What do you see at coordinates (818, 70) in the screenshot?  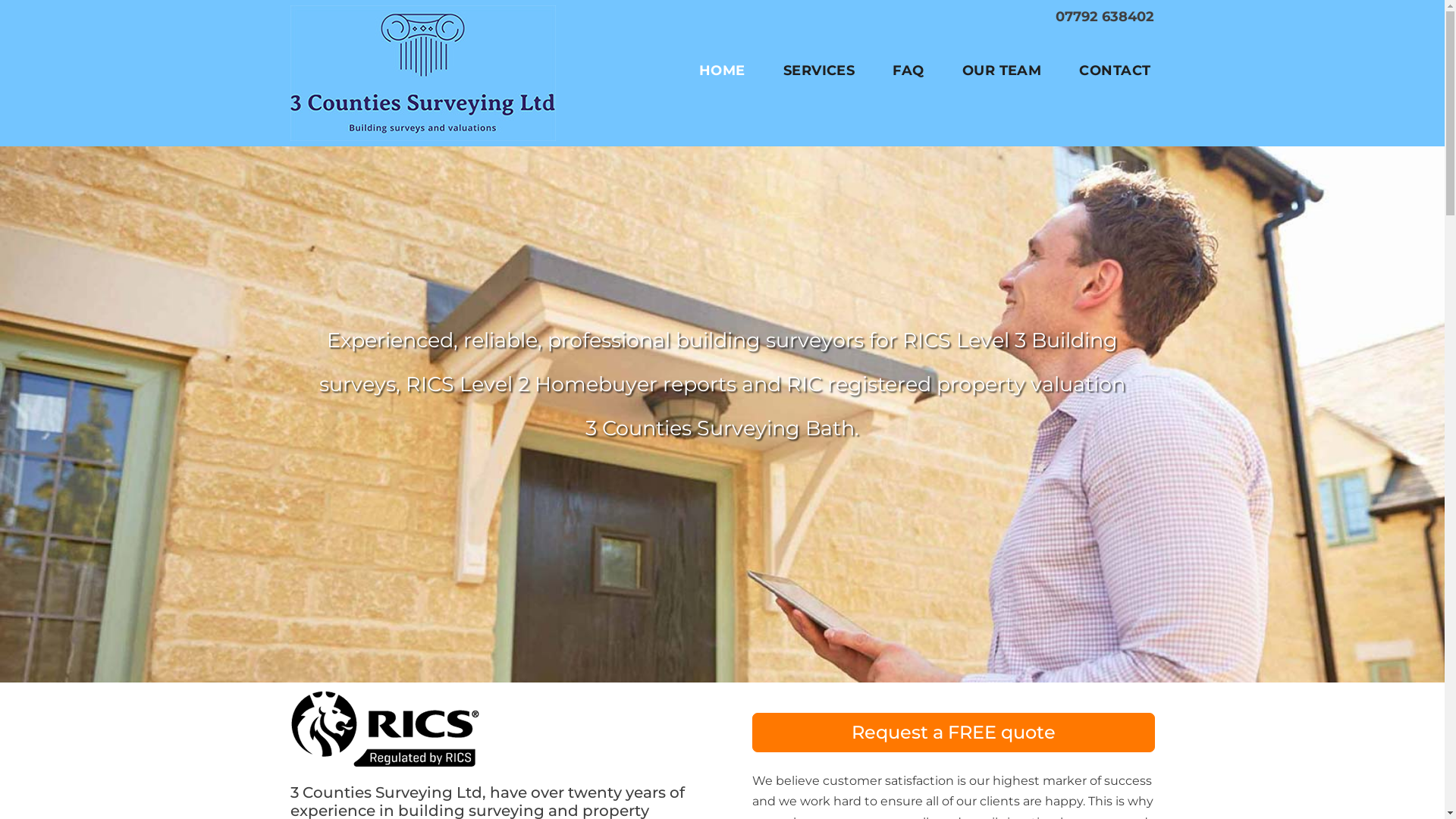 I see `'SERVICES'` at bounding box center [818, 70].